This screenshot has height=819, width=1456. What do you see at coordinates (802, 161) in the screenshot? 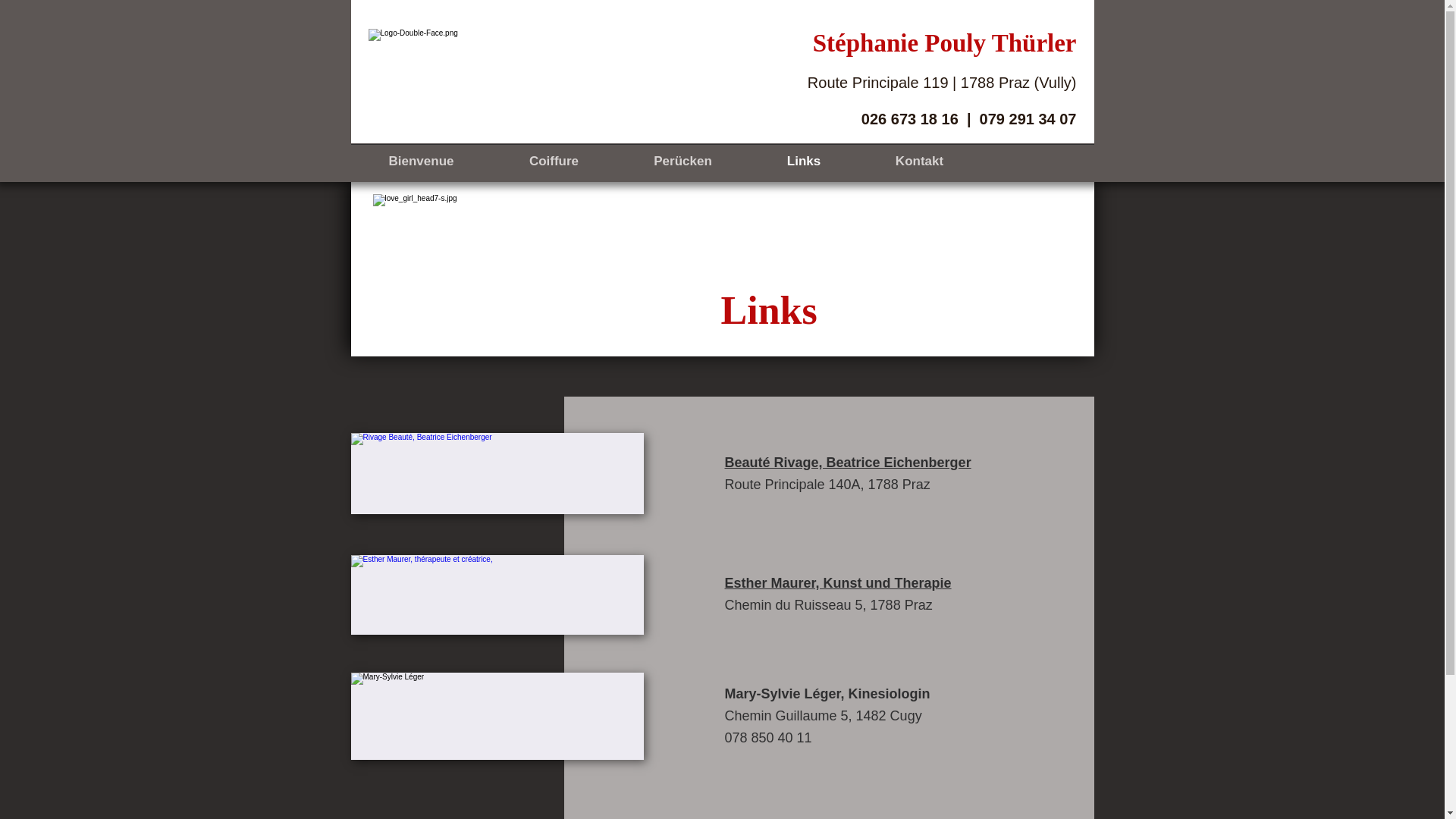
I see `'Links'` at bounding box center [802, 161].